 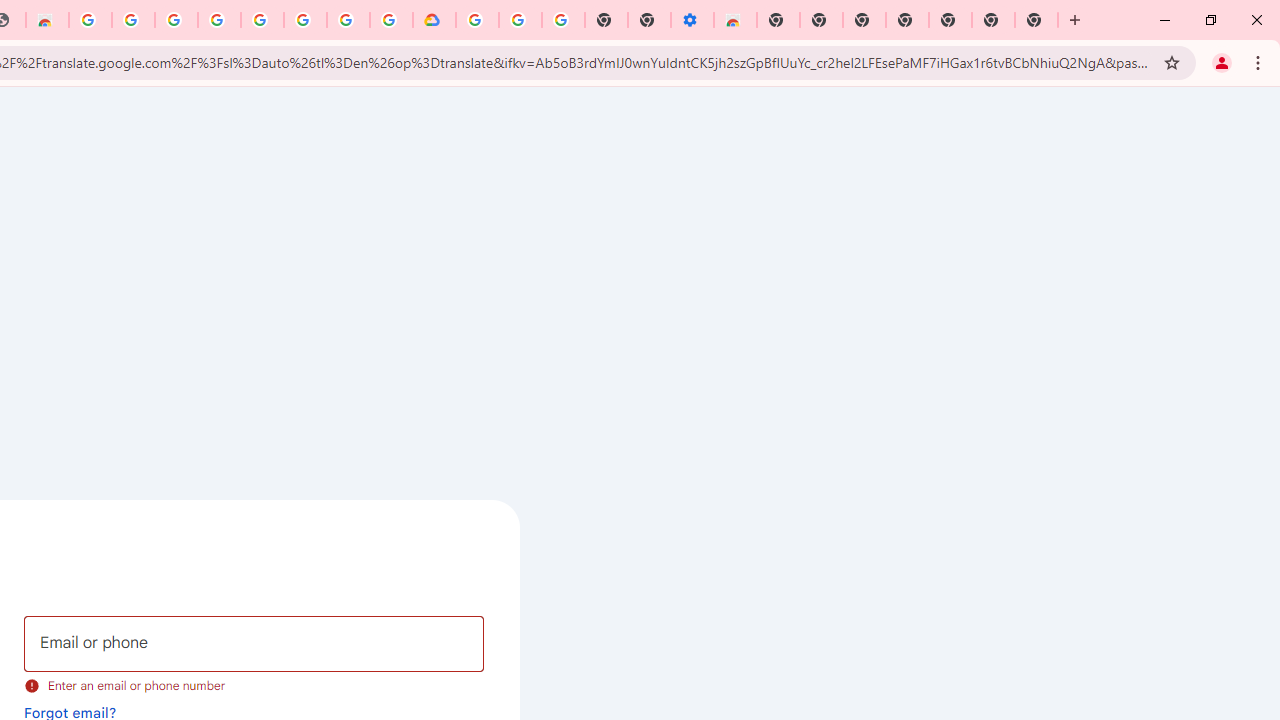 What do you see at coordinates (47, 20) in the screenshot?
I see `'Chrome Web Store - Household'` at bounding box center [47, 20].